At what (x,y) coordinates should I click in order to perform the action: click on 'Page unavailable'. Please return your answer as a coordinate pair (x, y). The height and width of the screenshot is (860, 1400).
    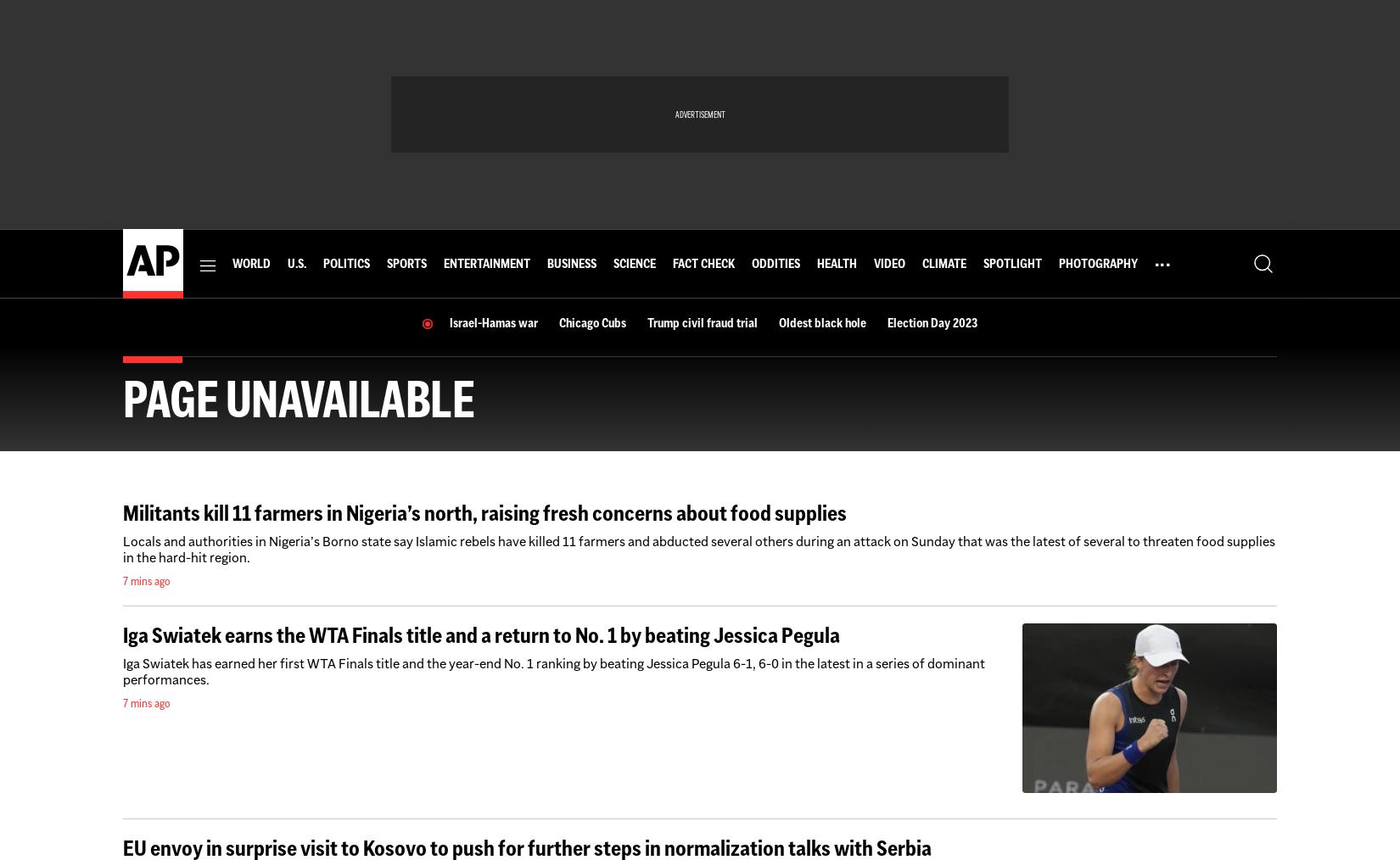
    Looking at the image, I should click on (298, 398).